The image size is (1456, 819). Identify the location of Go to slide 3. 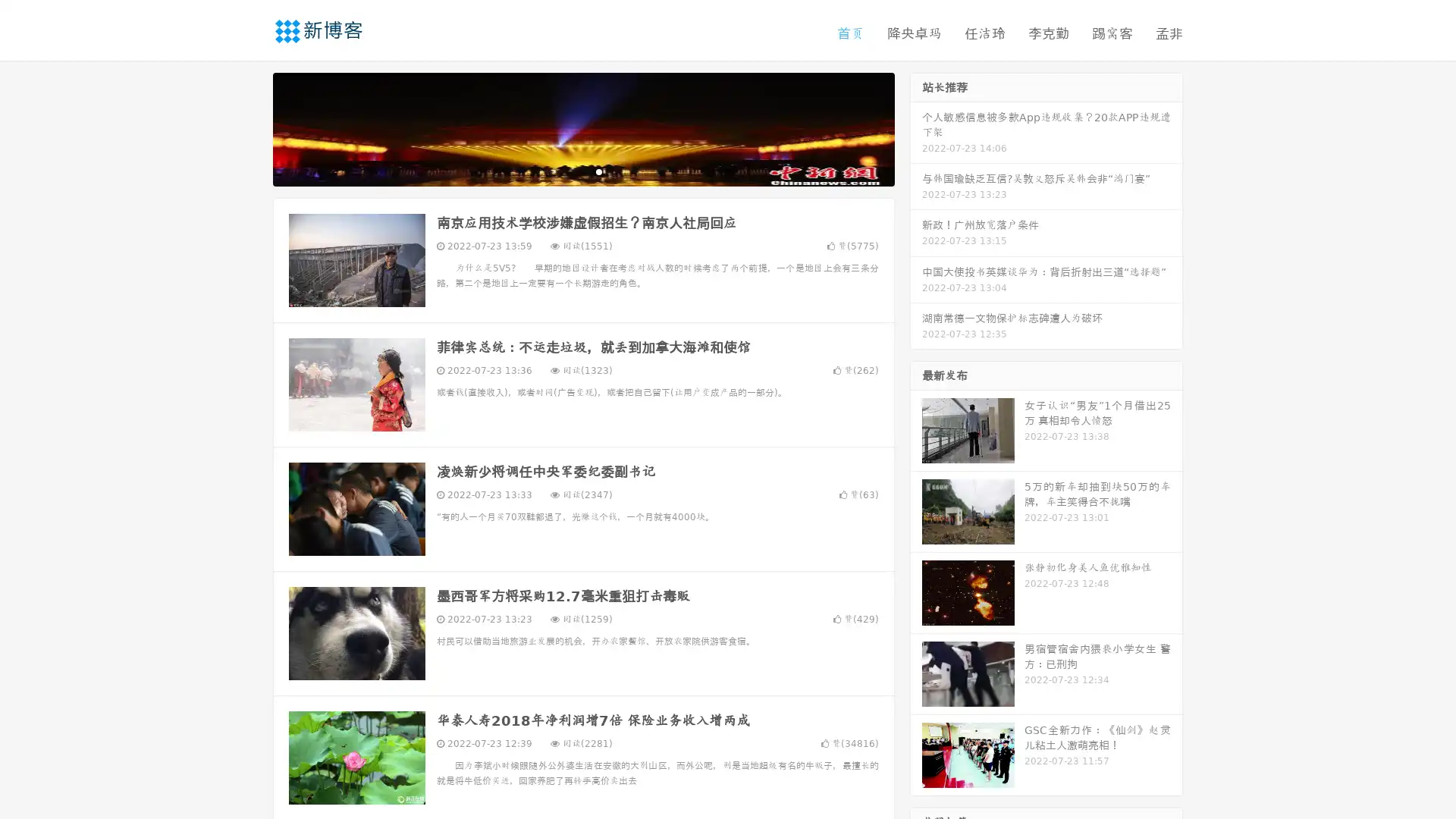
(598, 171).